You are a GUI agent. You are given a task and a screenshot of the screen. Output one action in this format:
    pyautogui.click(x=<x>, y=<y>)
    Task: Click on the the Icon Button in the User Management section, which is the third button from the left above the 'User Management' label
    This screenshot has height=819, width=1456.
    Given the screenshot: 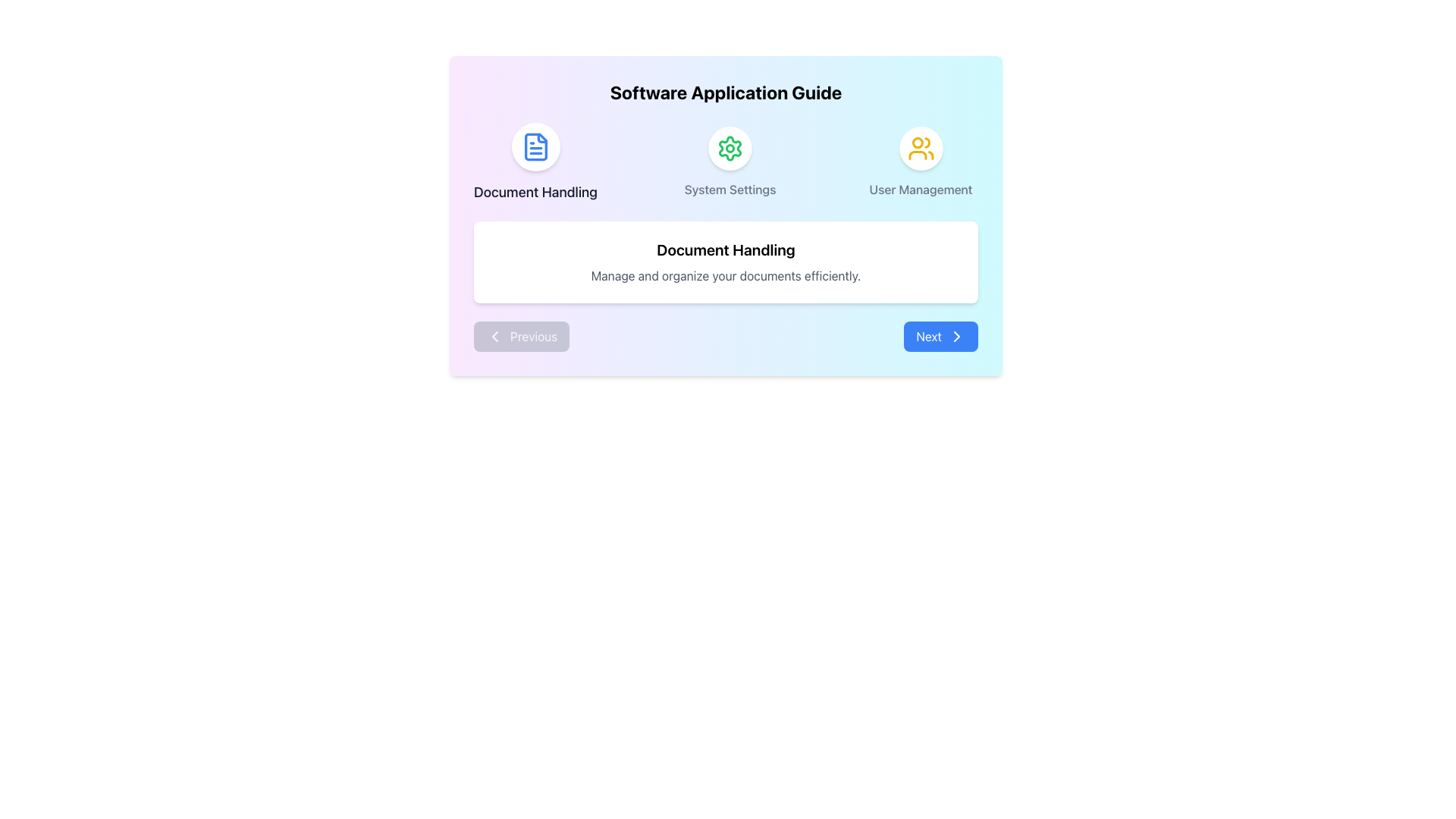 What is the action you would take?
    pyautogui.click(x=920, y=149)
    